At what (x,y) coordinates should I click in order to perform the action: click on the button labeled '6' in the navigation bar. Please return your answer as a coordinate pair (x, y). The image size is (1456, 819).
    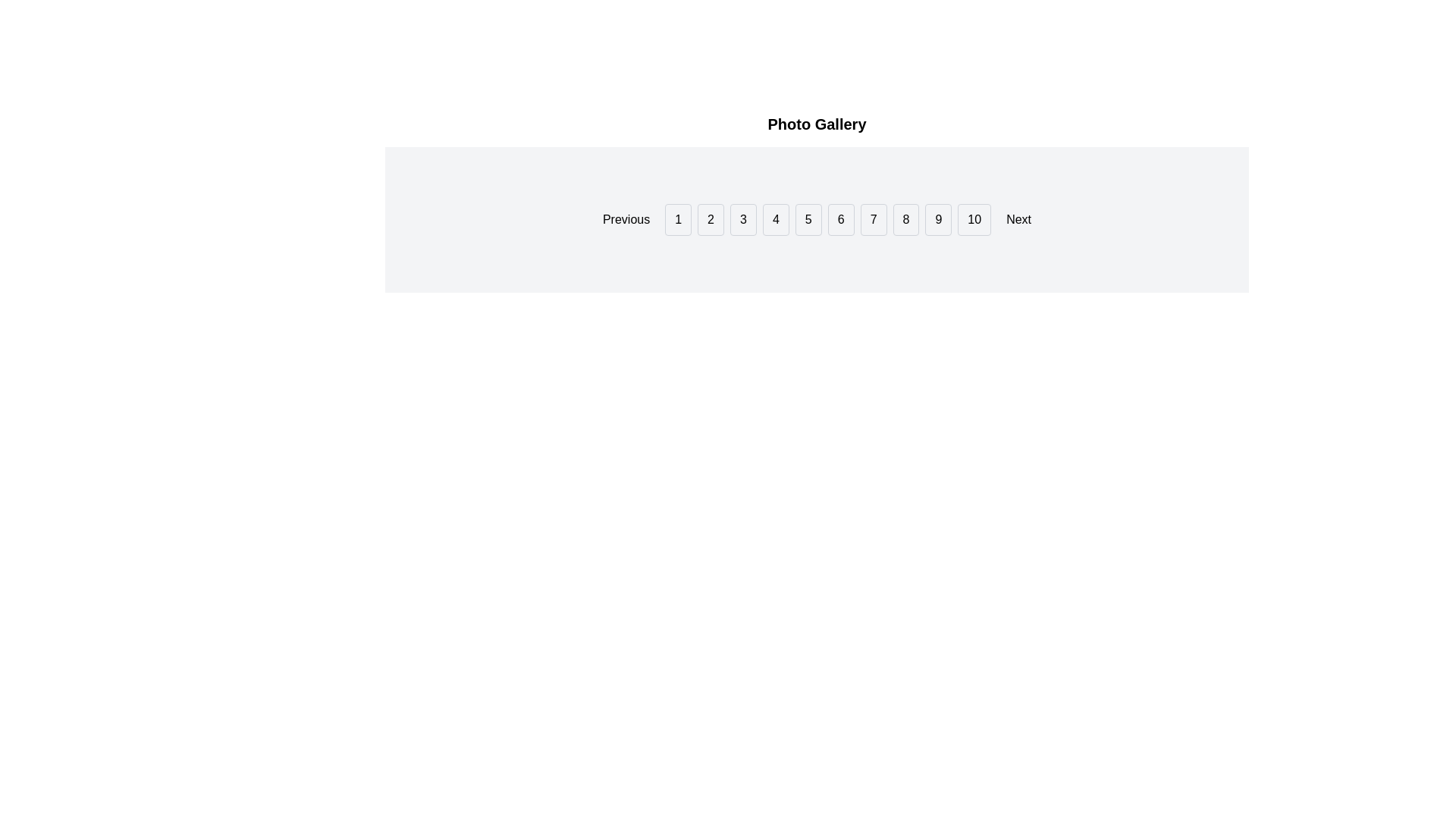
    Looking at the image, I should click on (840, 219).